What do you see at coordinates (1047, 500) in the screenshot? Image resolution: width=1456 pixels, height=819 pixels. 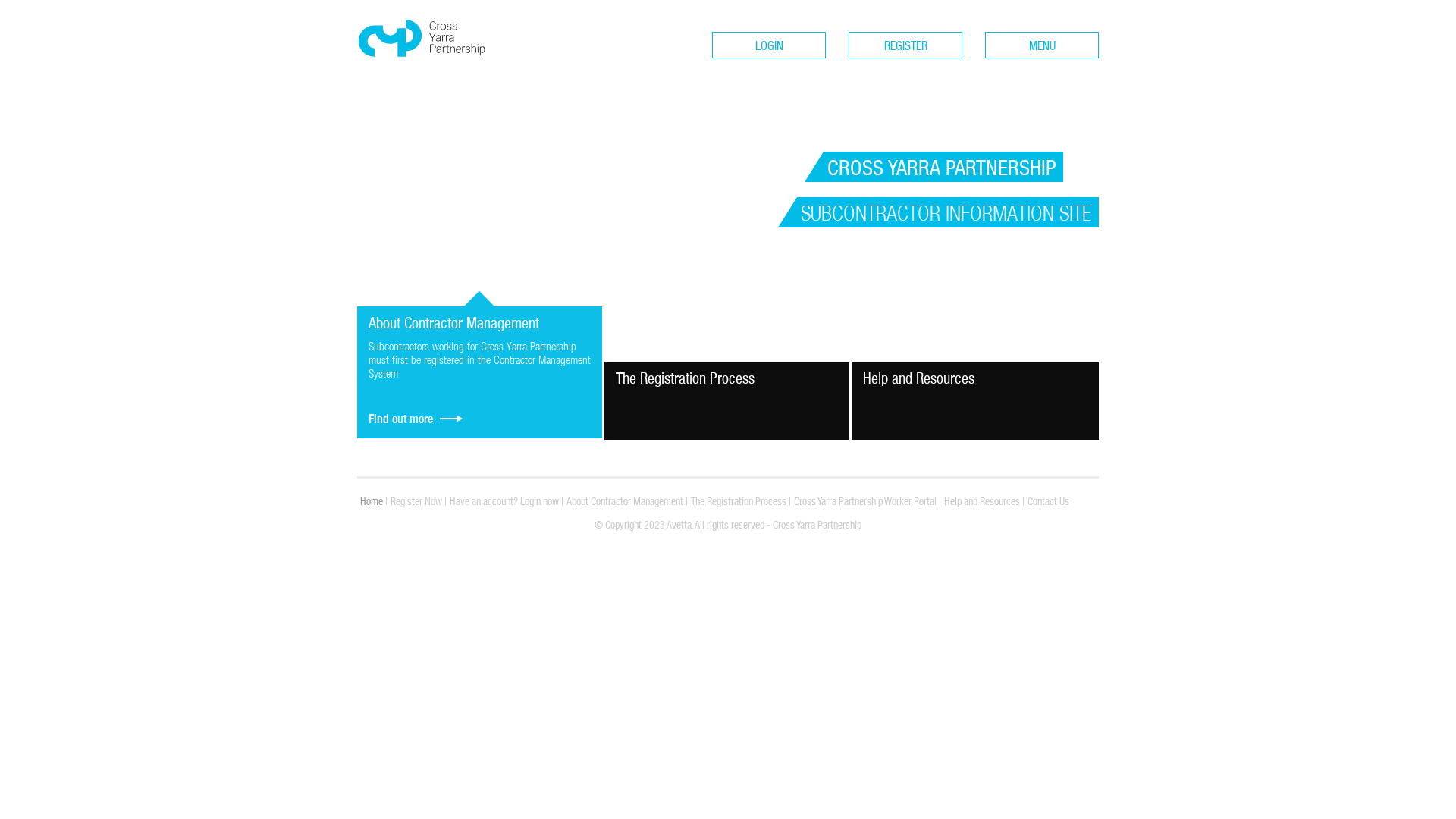 I see `'Contact Us'` at bounding box center [1047, 500].